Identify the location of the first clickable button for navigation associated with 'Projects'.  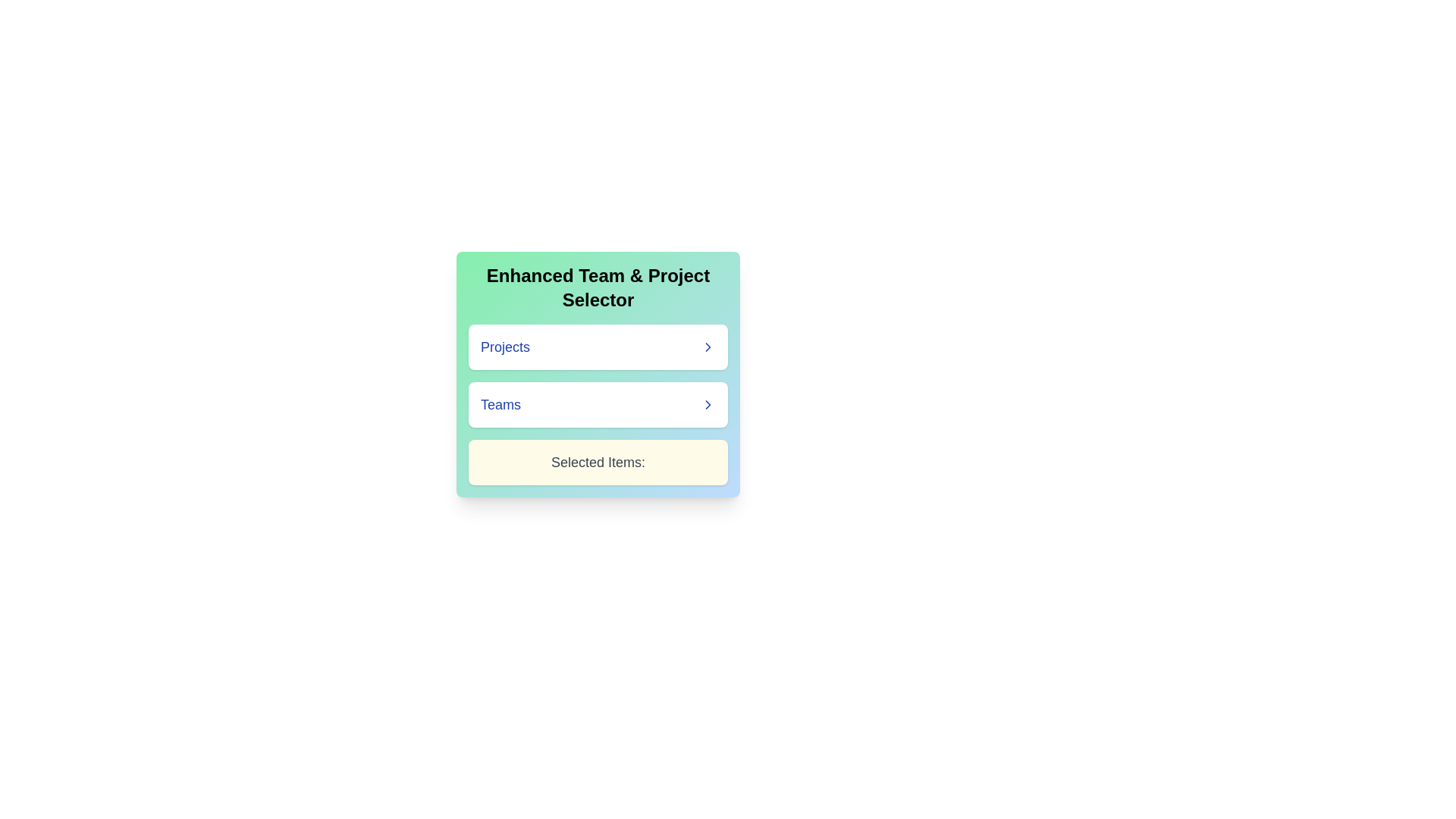
(597, 347).